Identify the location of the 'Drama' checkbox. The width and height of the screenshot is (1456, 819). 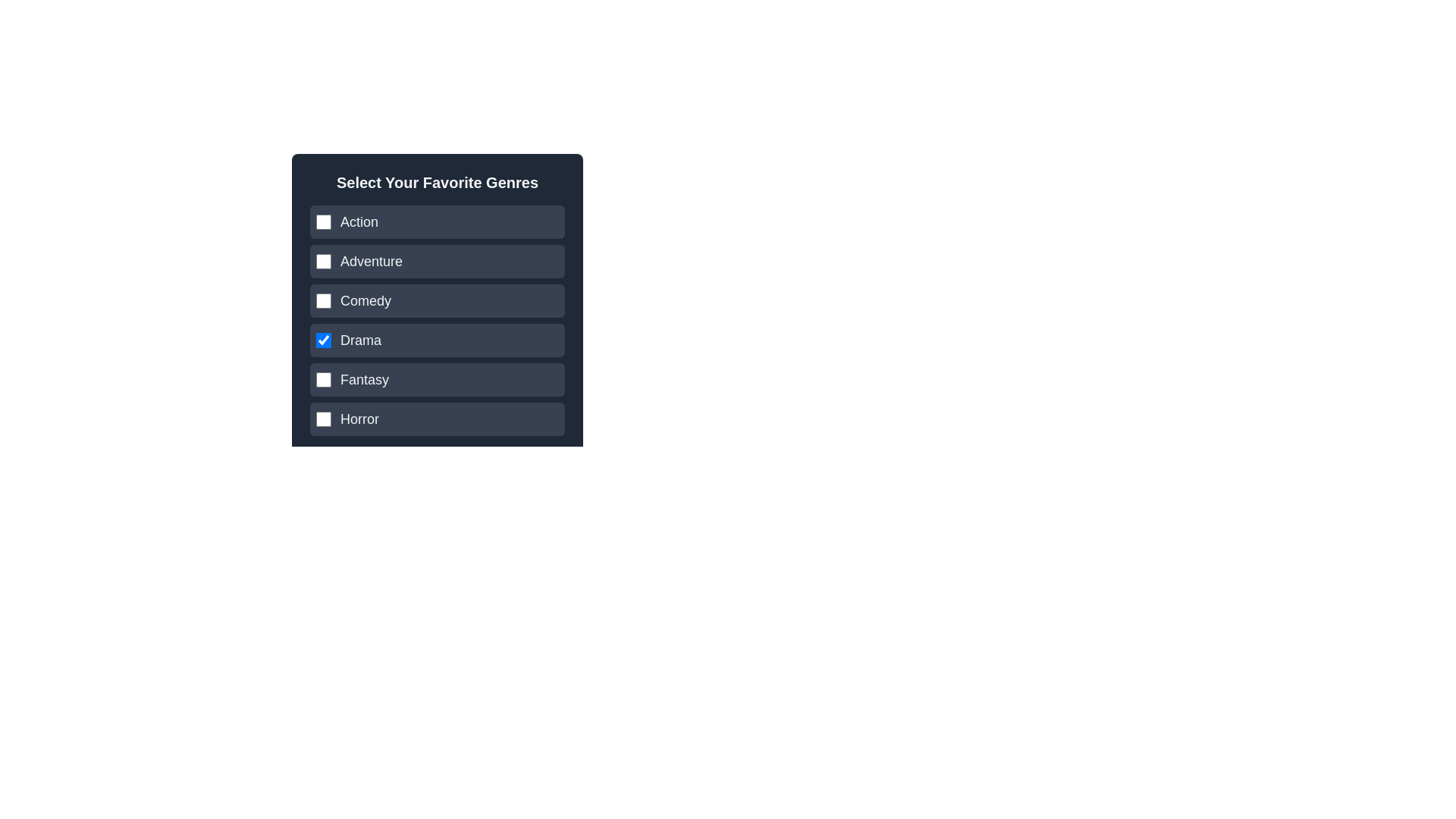
(436, 324).